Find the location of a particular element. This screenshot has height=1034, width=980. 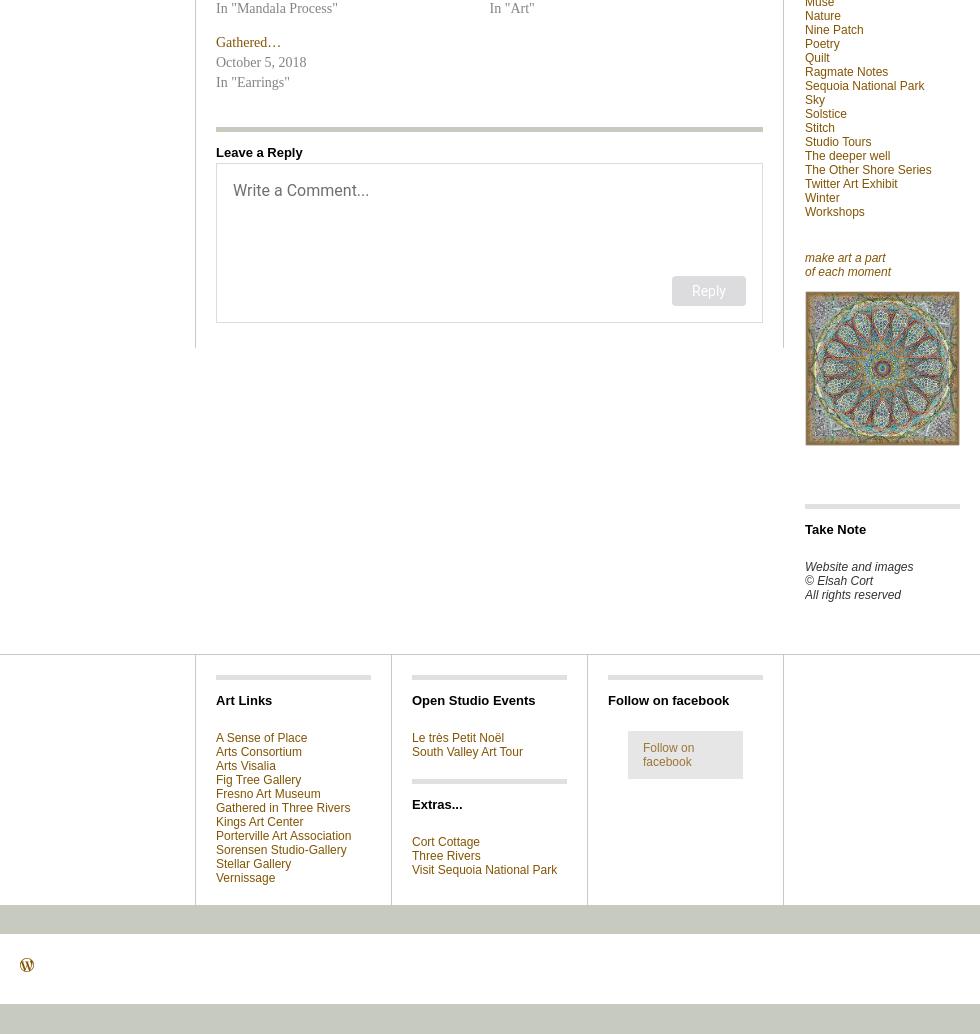

'Cort Cottage' is located at coordinates (445, 840).